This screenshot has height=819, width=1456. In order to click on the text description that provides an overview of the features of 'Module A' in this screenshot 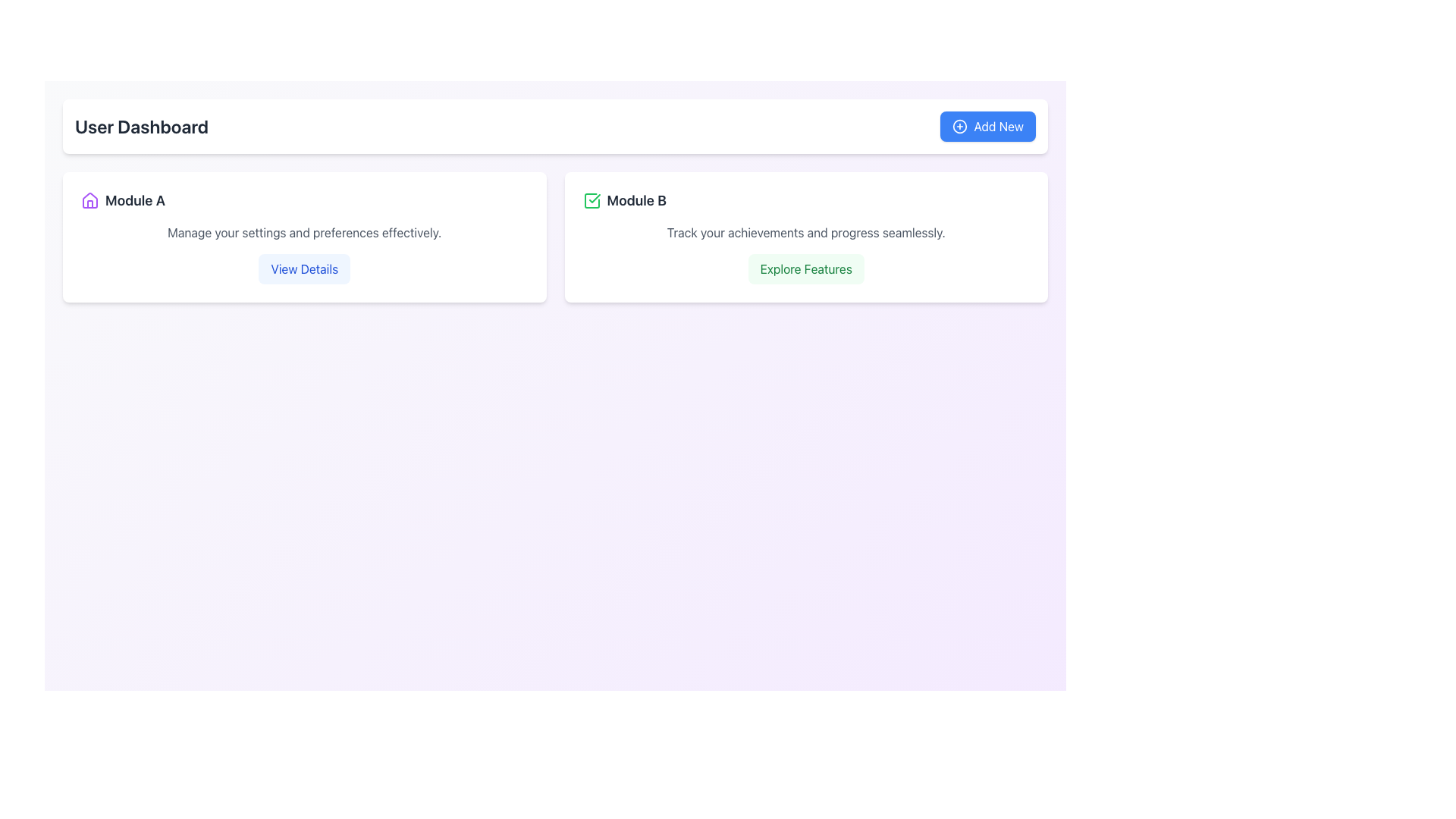, I will do `click(303, 233)`.